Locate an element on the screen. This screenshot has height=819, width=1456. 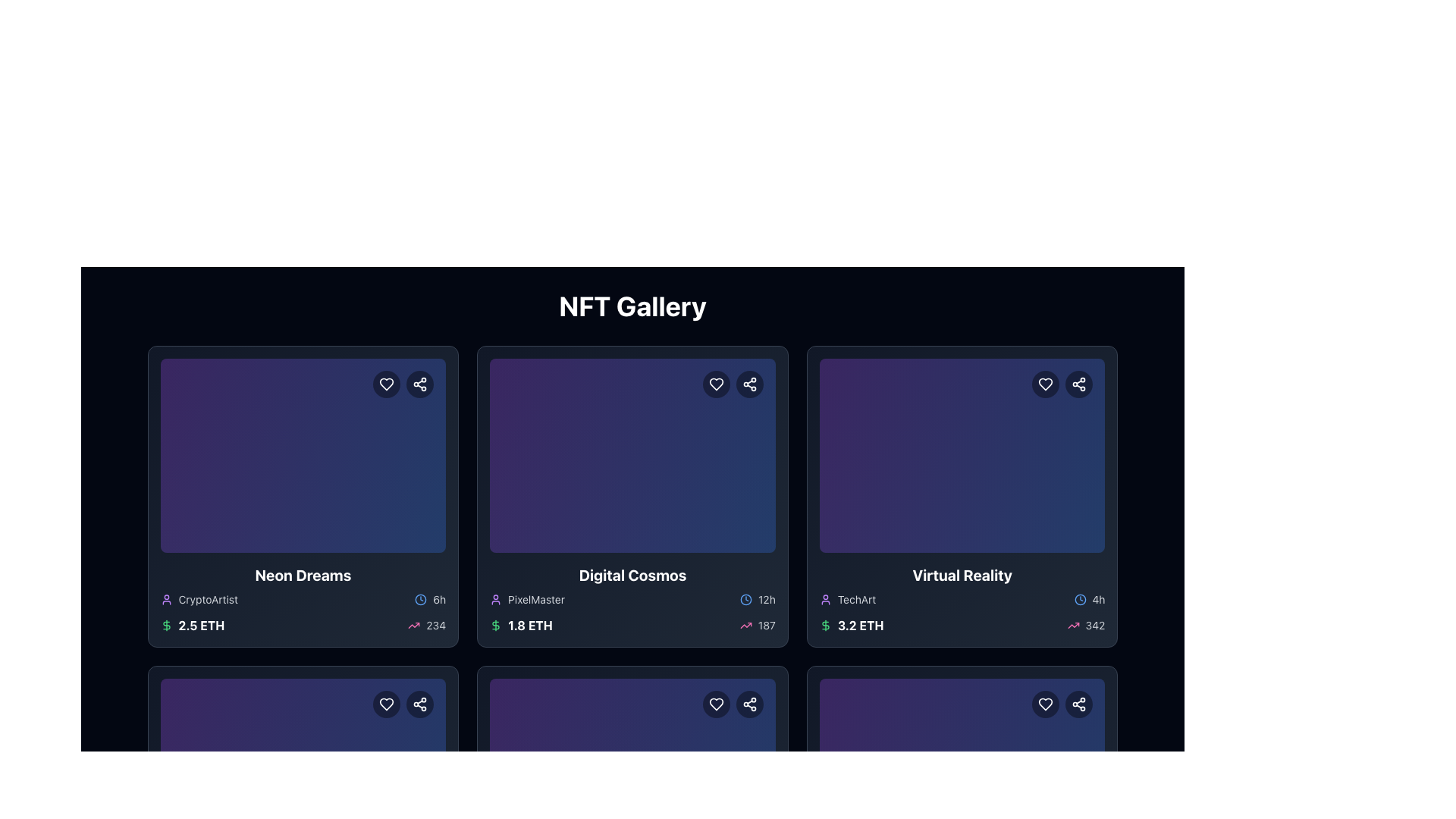
the sharing icon located in the top-right corner of the item card, adjacent to the heart-shaped icon is located at coordinates (749, 704).